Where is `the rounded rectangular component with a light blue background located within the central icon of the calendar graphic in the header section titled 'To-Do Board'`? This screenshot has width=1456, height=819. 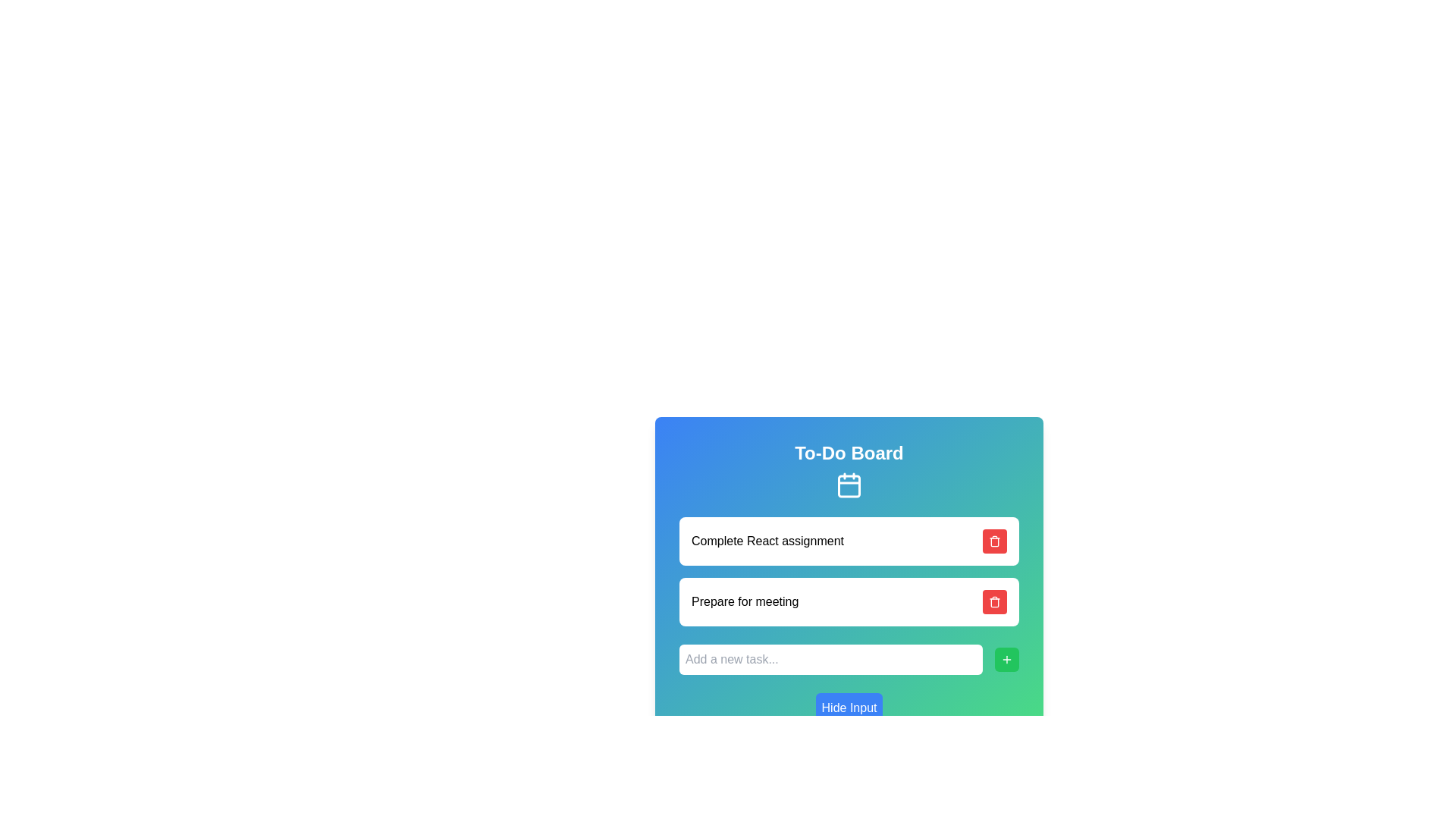
the rounded rectangular component with a light blue background located within the central icon of the calendar graphic in the header section titled 'To-Do Board' is located at coordinates (848, 486).